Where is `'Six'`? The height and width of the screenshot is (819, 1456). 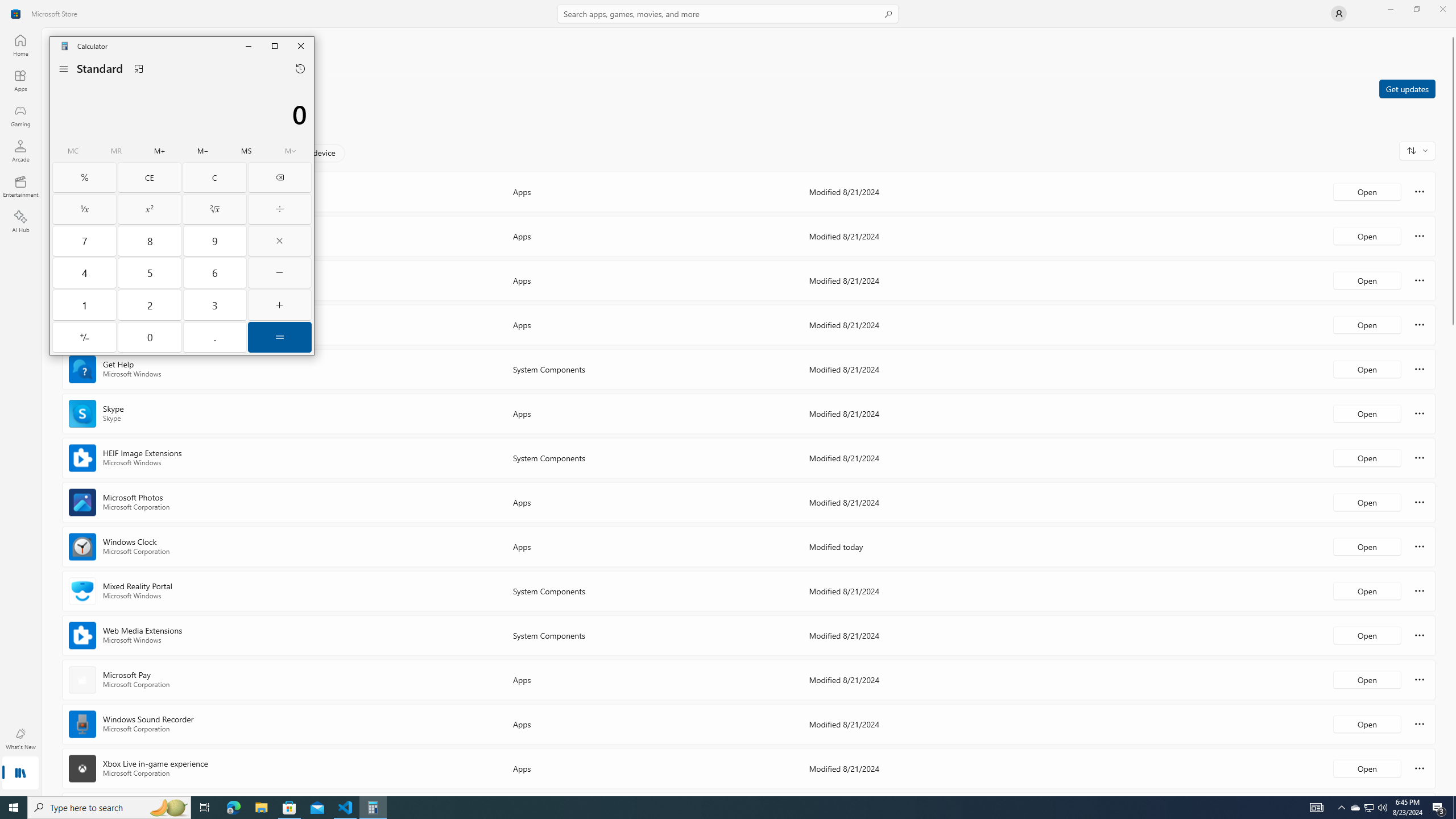
'Six' is located at coordinates (215, 272).